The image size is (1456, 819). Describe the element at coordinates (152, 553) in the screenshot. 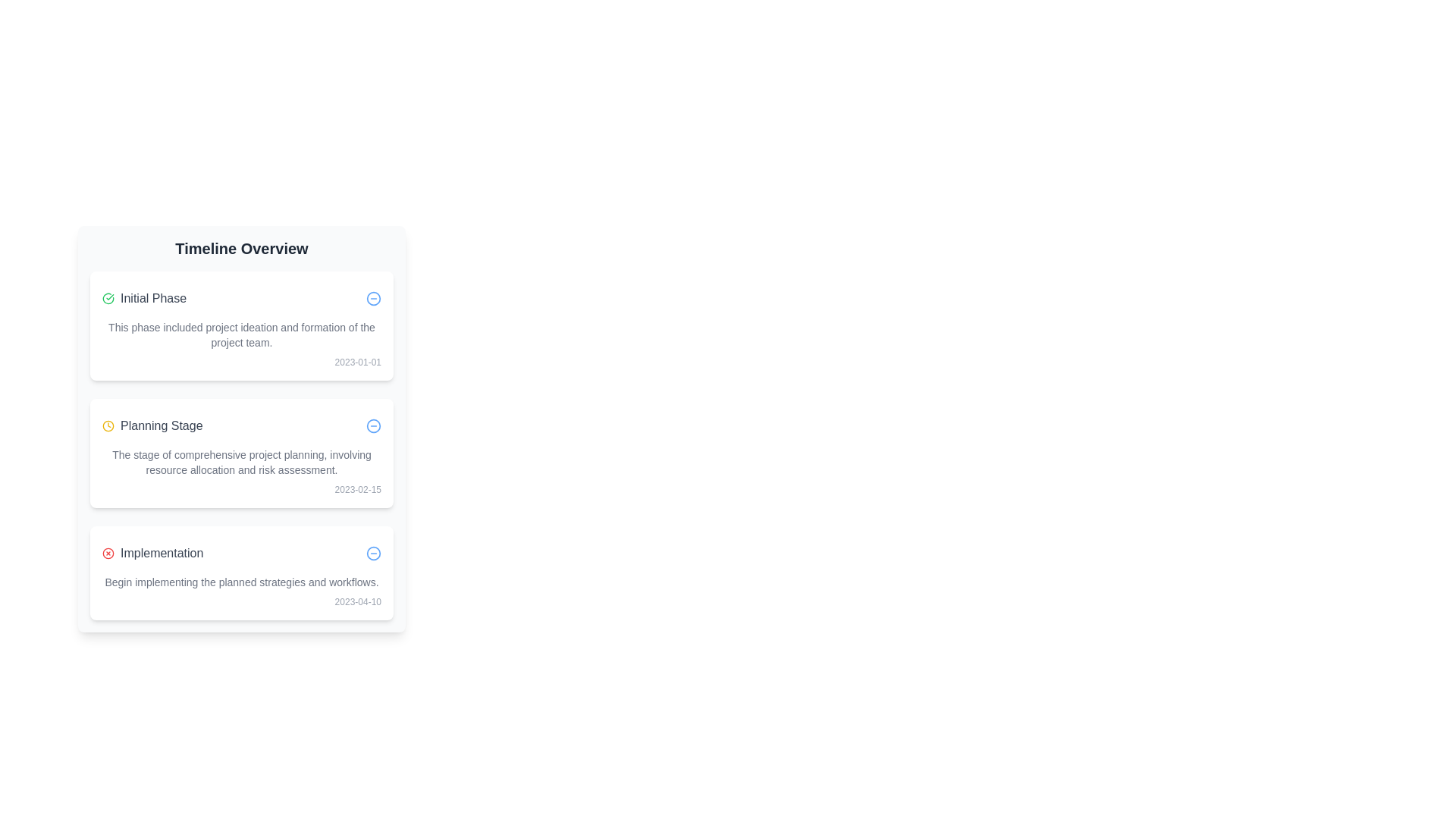

I see `the red circular icon with an 'X' symbol and the text 'Implementation' located in the bottom section of the vertical timeline layout, which is the third item in the sequence of labeled stages` at that location.